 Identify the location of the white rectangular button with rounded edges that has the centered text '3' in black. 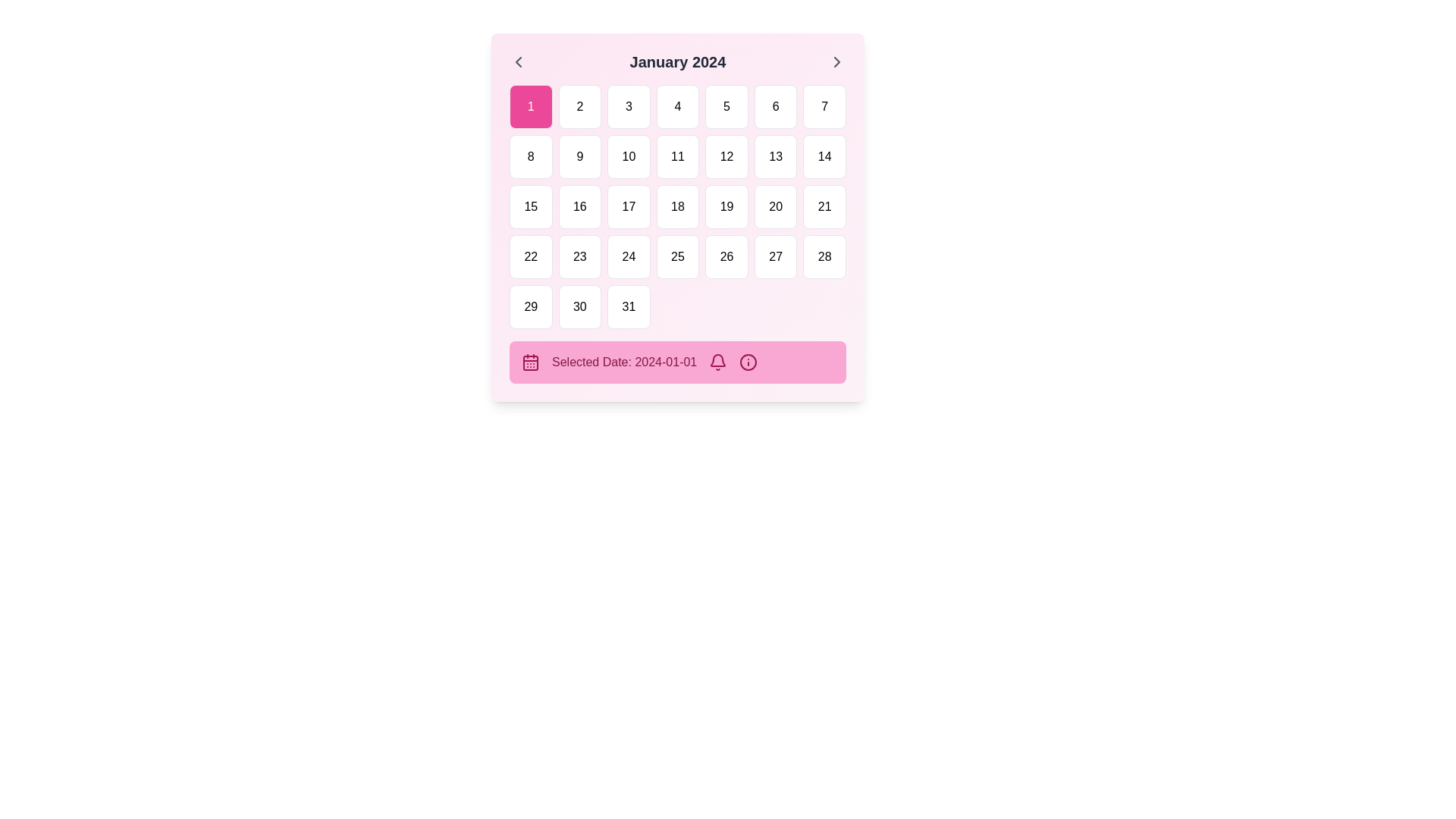
(629, 106).